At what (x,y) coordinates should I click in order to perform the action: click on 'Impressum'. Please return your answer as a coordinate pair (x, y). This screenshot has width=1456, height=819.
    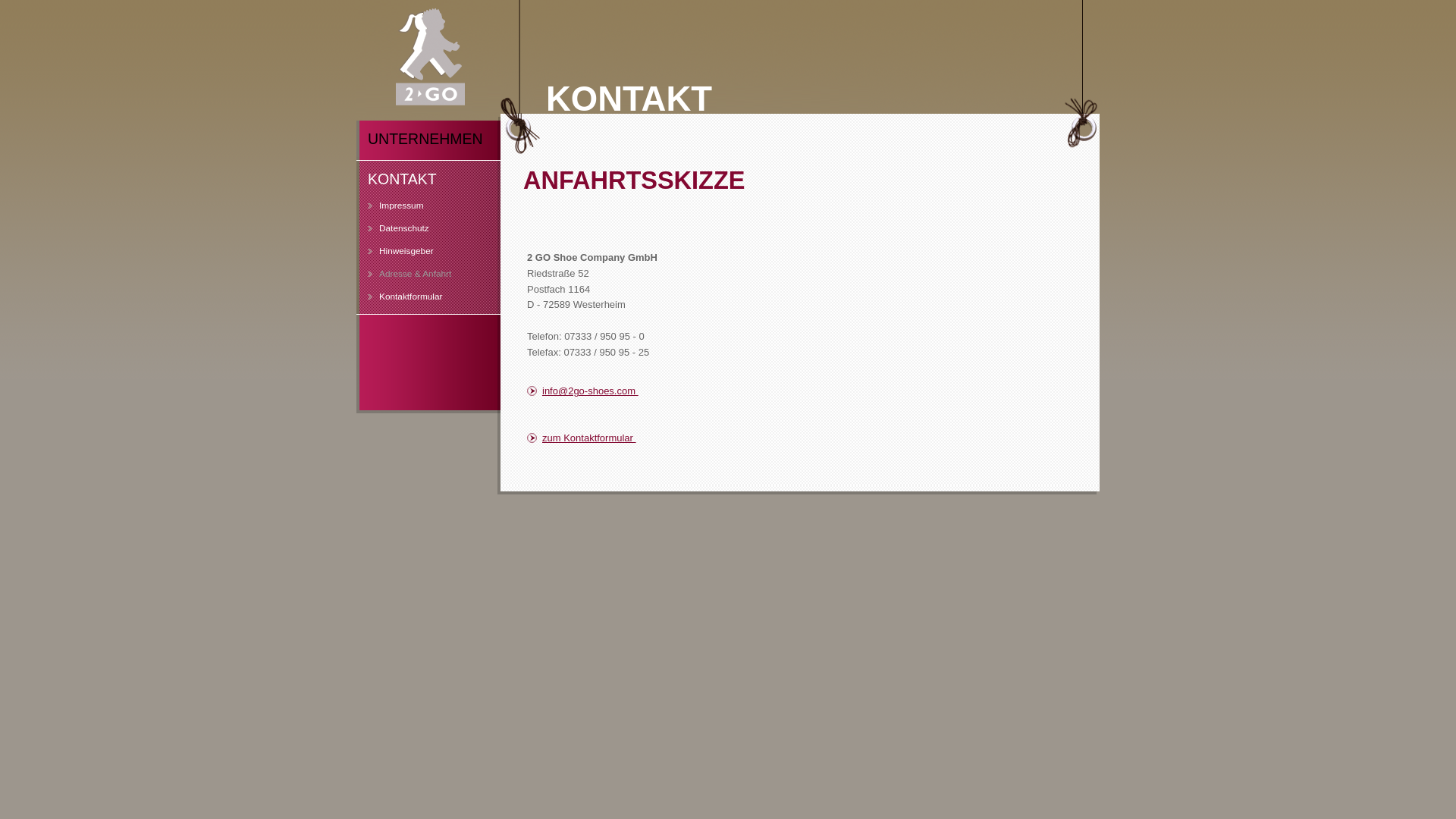
    Looking at the image, I should click on (356, 211).